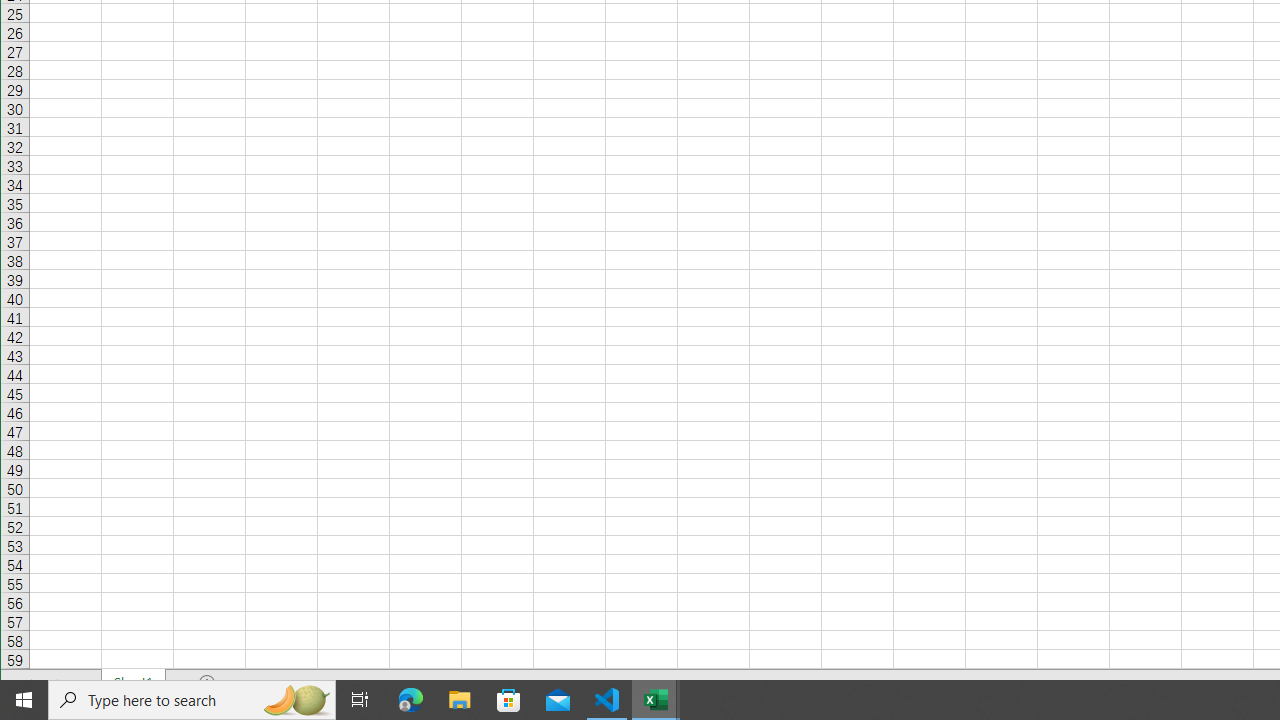 This screenshot has width=1280, height=720. I want to click on 'Sheet1', so click(132, 681).